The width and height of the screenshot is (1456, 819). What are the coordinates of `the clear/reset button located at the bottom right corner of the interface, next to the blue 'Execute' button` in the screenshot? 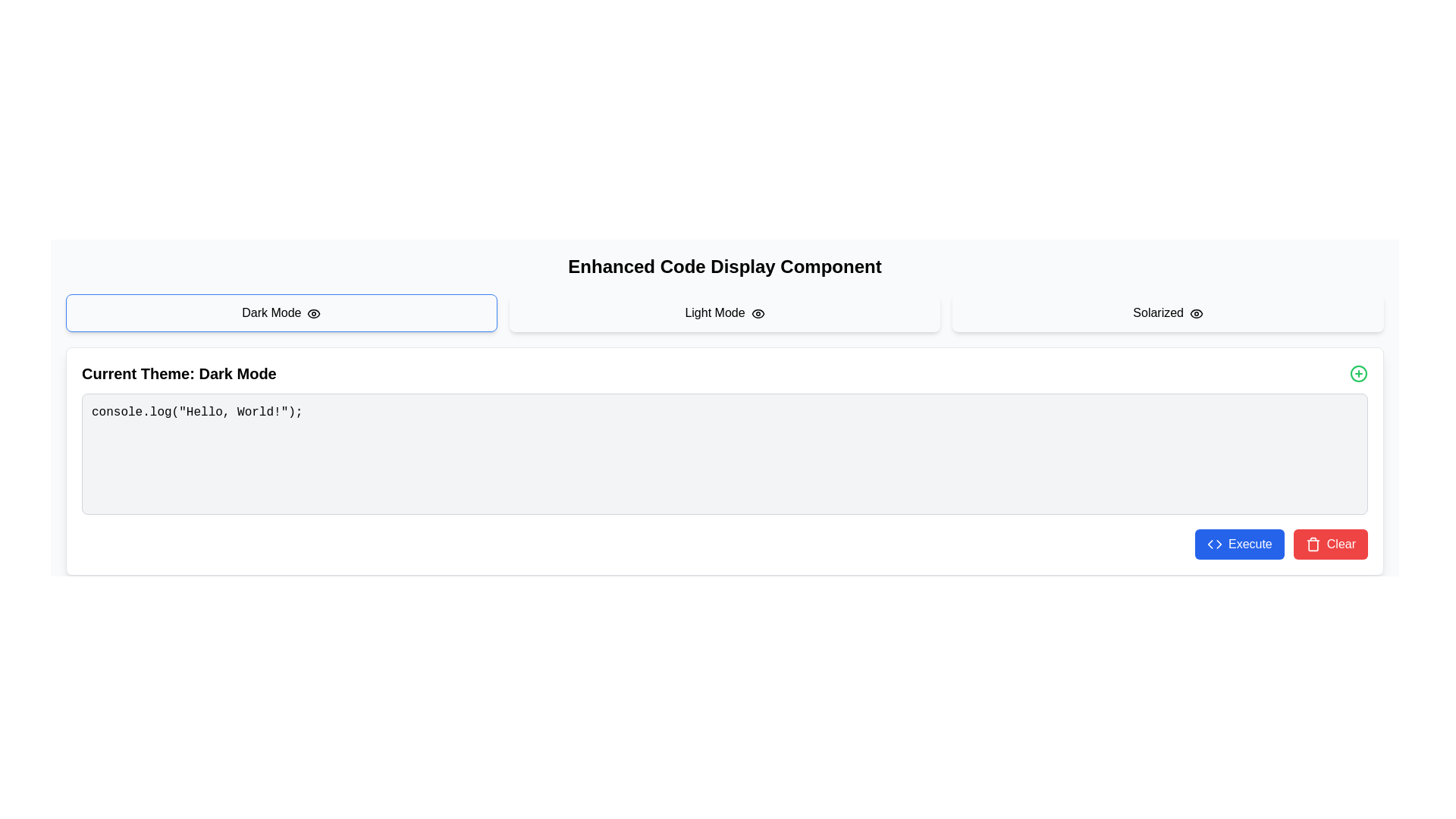 It's located at (1329, 543).